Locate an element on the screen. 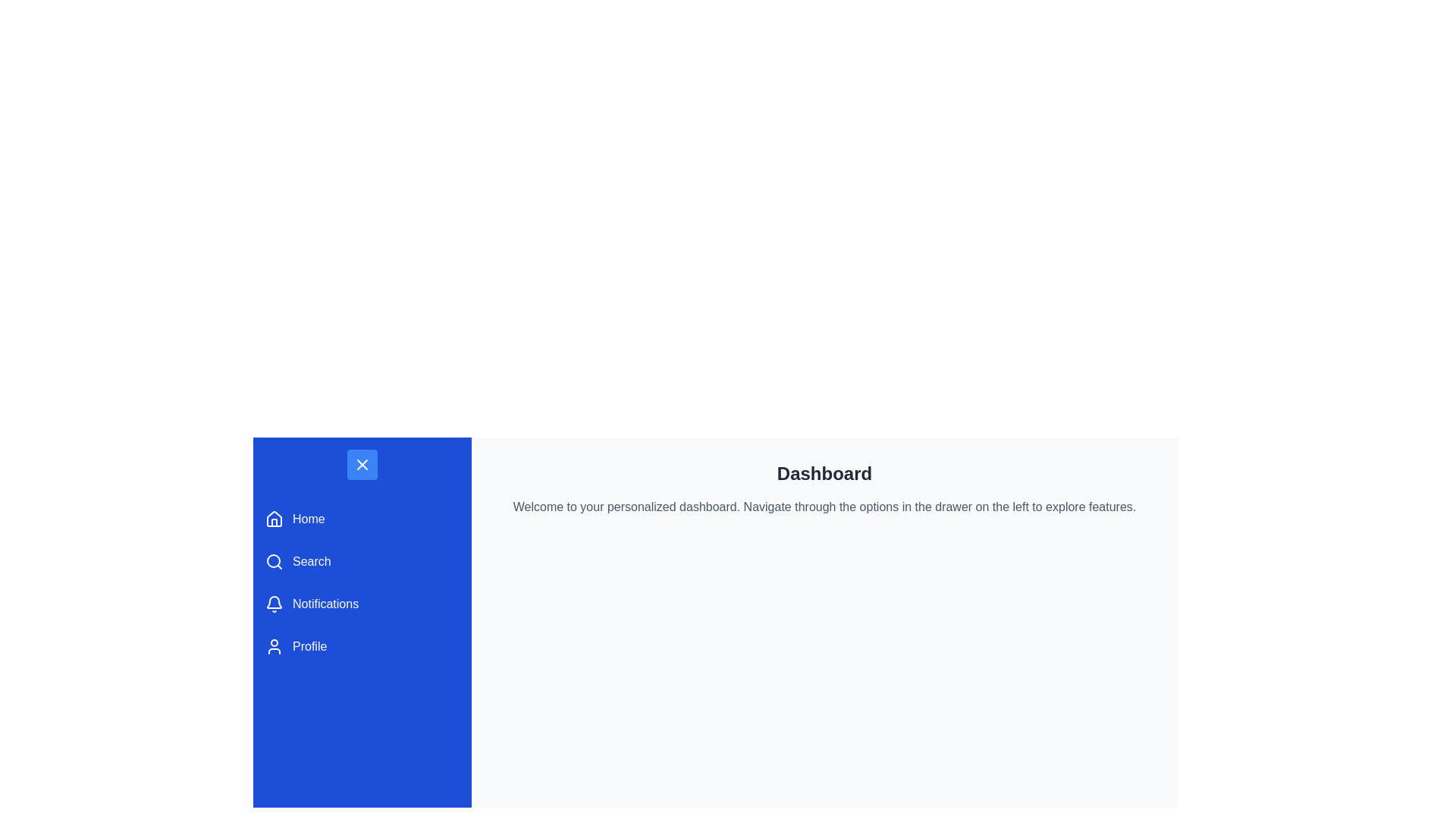  the 'Home' button with a blue background in the vertical navigation menu to change its appearance is located at coordinates (362, 519).